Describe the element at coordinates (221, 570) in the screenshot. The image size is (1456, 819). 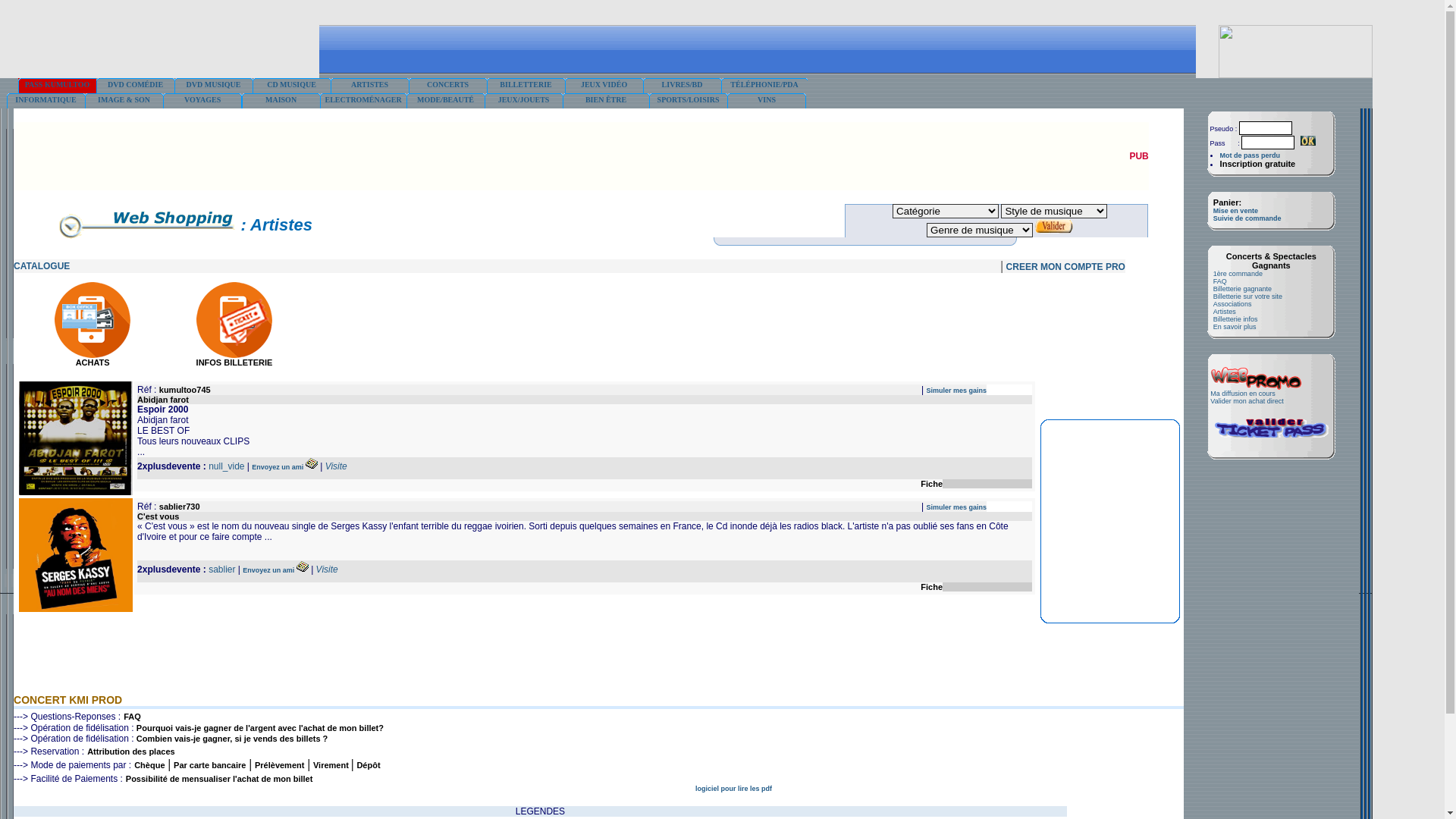
I see `'sablier'` at that location.